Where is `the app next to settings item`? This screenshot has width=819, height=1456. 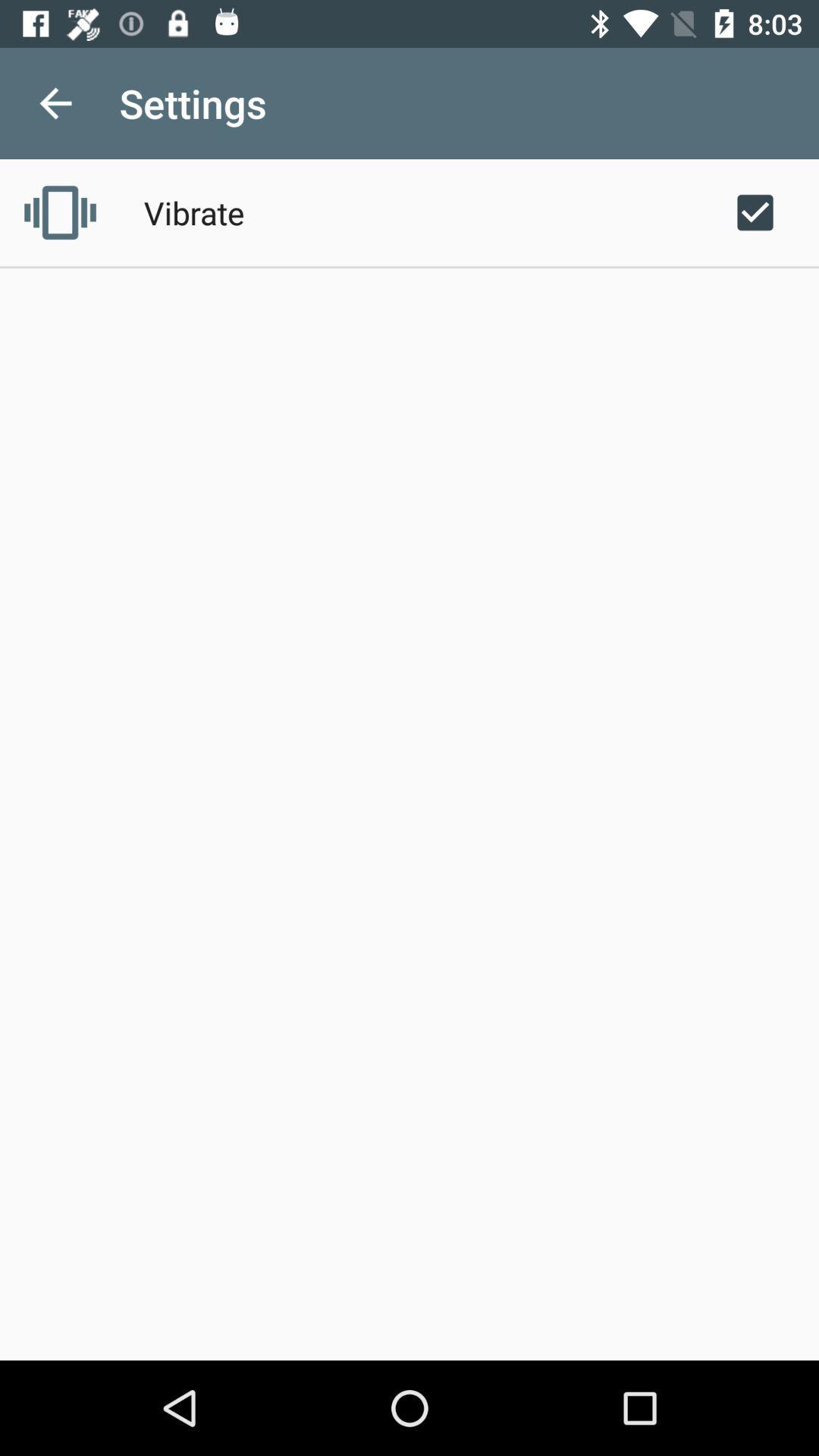
the app next to settings item is located at coordinates (55, 102).